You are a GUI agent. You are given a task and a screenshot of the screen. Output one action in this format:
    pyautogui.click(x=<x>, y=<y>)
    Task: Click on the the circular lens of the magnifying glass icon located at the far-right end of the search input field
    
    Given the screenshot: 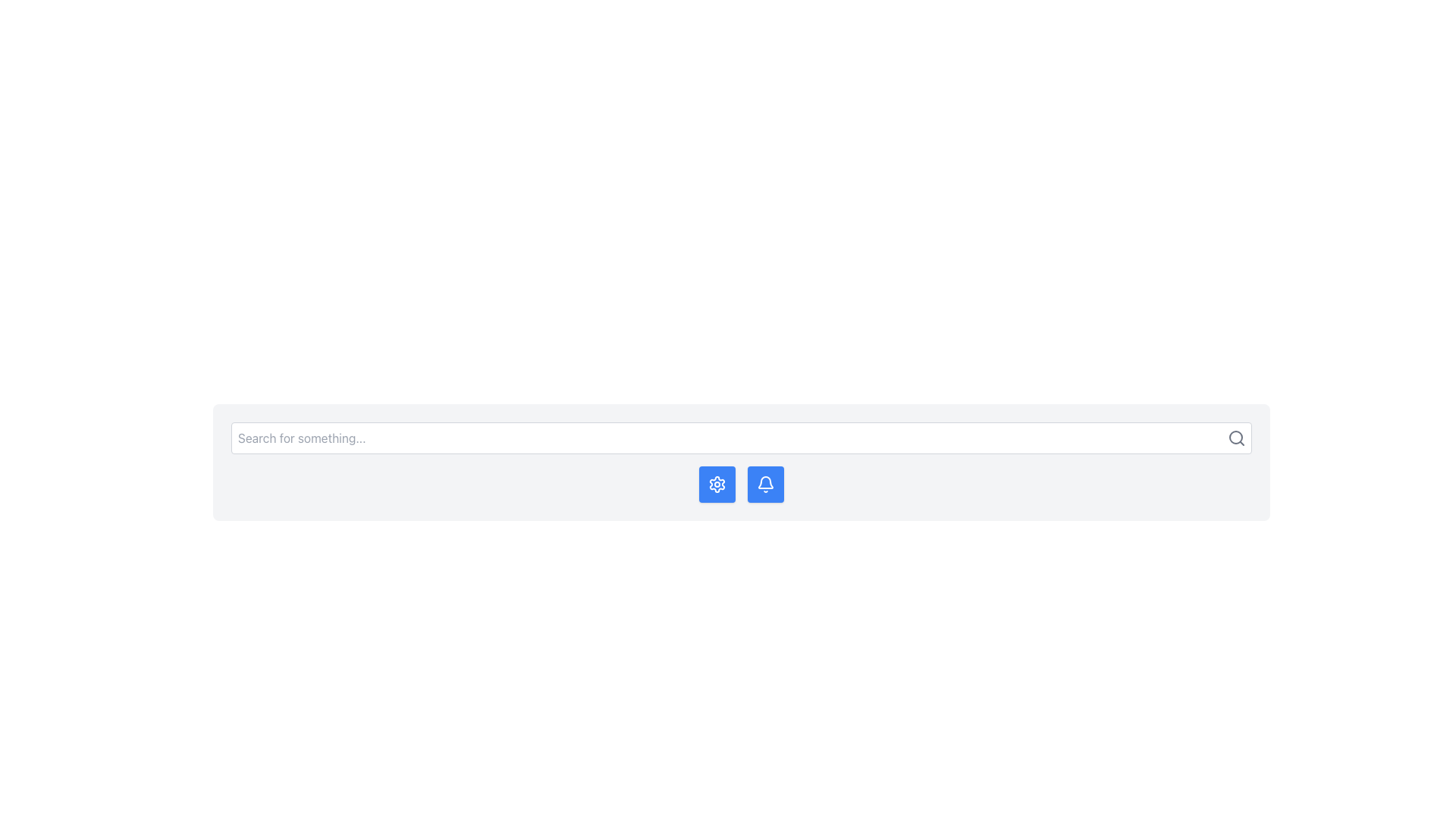 What is the action you would take?
    pyautogui.click(x=1236, y=438)
    